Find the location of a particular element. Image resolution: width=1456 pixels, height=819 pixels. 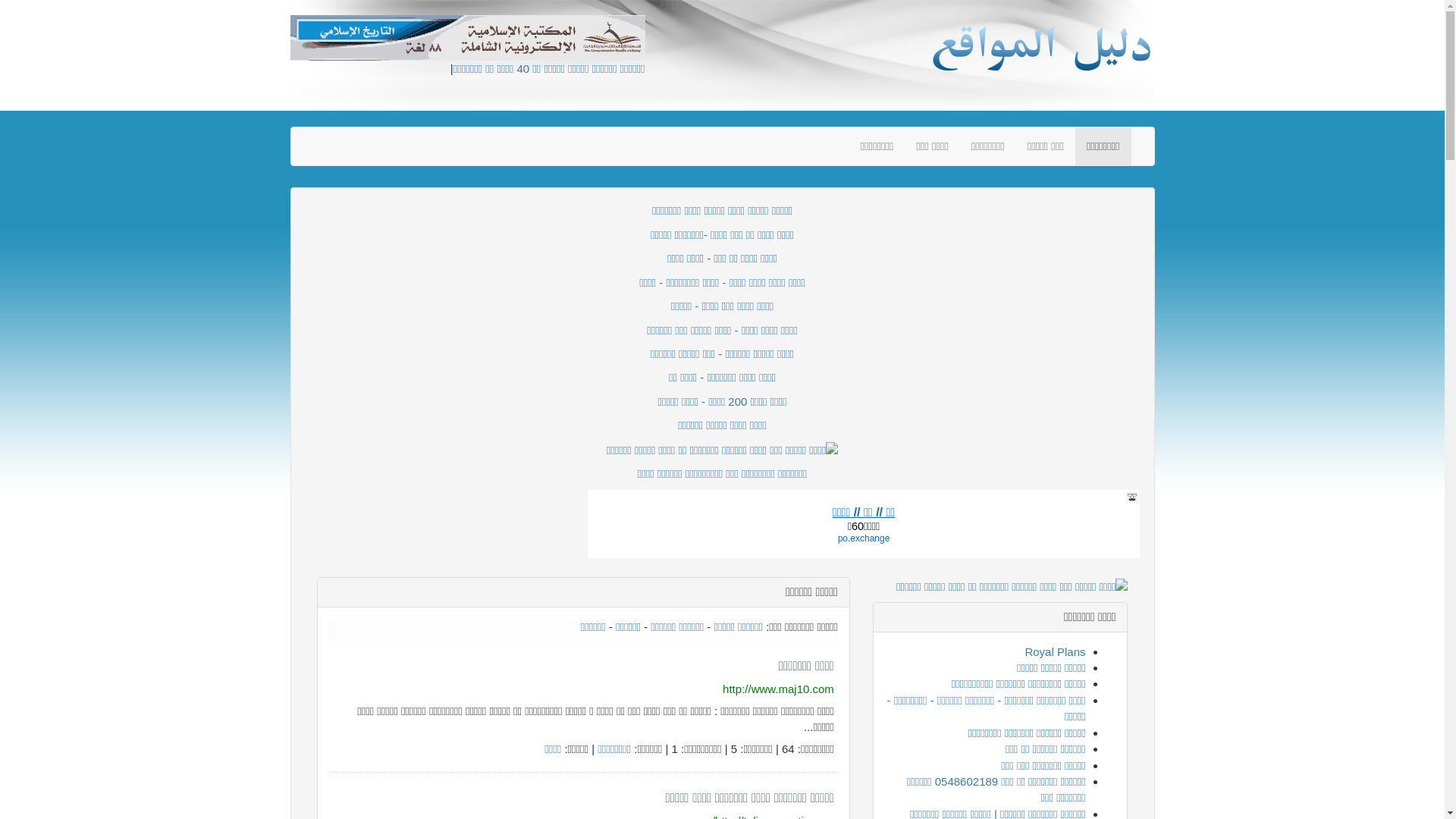

'http://www.maj10.com' is located at coordinates (778, 689).